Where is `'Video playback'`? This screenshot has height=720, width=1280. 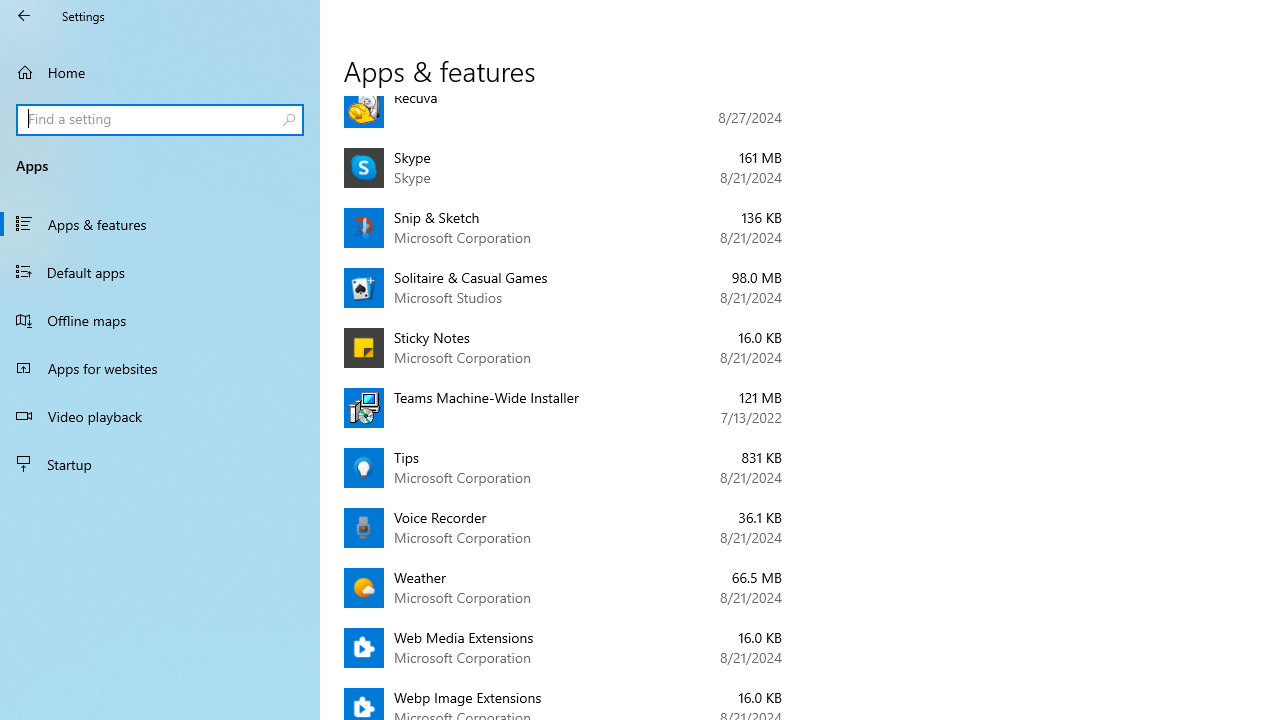
'Video playback' is located at coordinates (160, 414).